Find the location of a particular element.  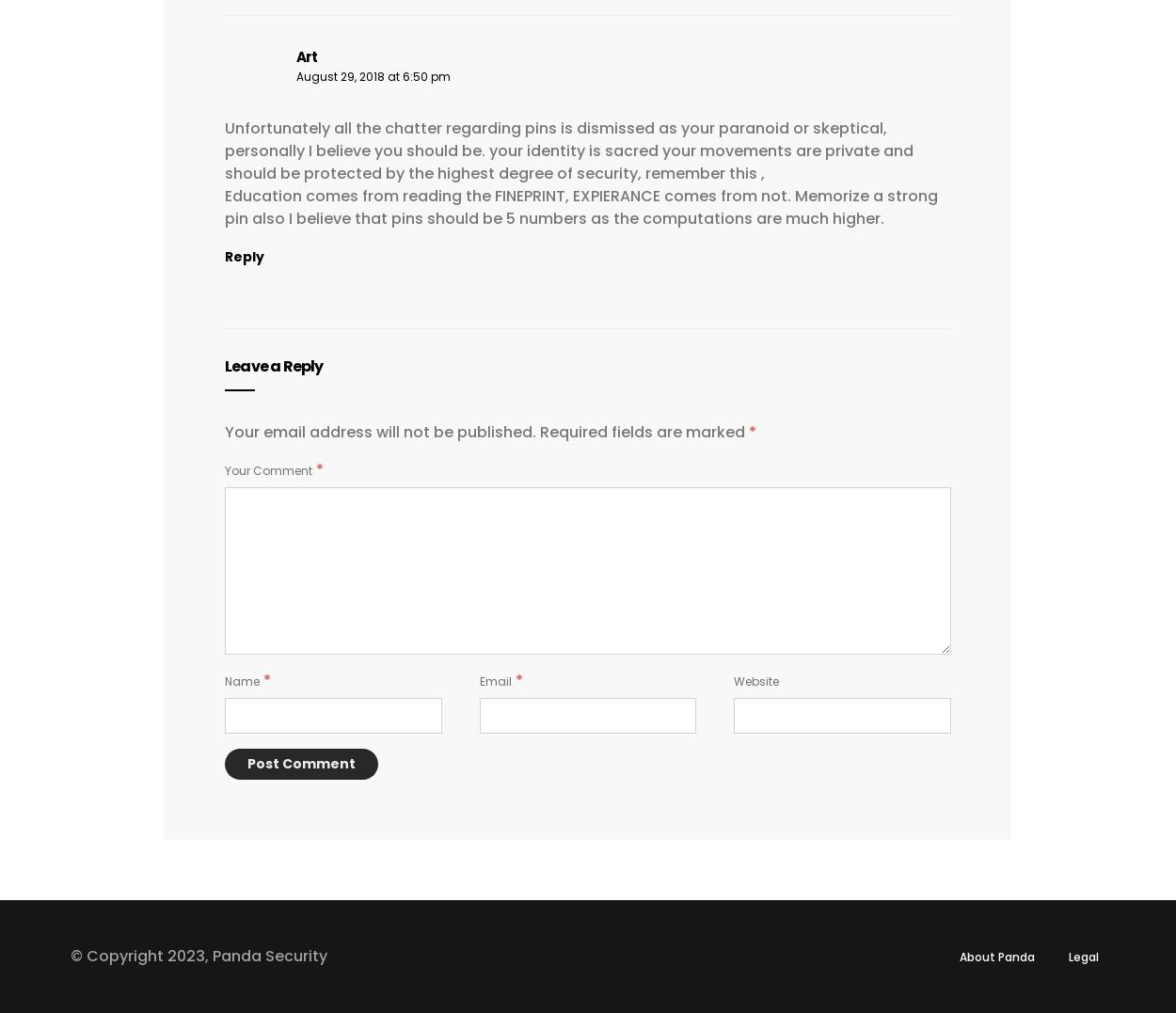

'Leave a Reply' is located at coordinates (224, 365).